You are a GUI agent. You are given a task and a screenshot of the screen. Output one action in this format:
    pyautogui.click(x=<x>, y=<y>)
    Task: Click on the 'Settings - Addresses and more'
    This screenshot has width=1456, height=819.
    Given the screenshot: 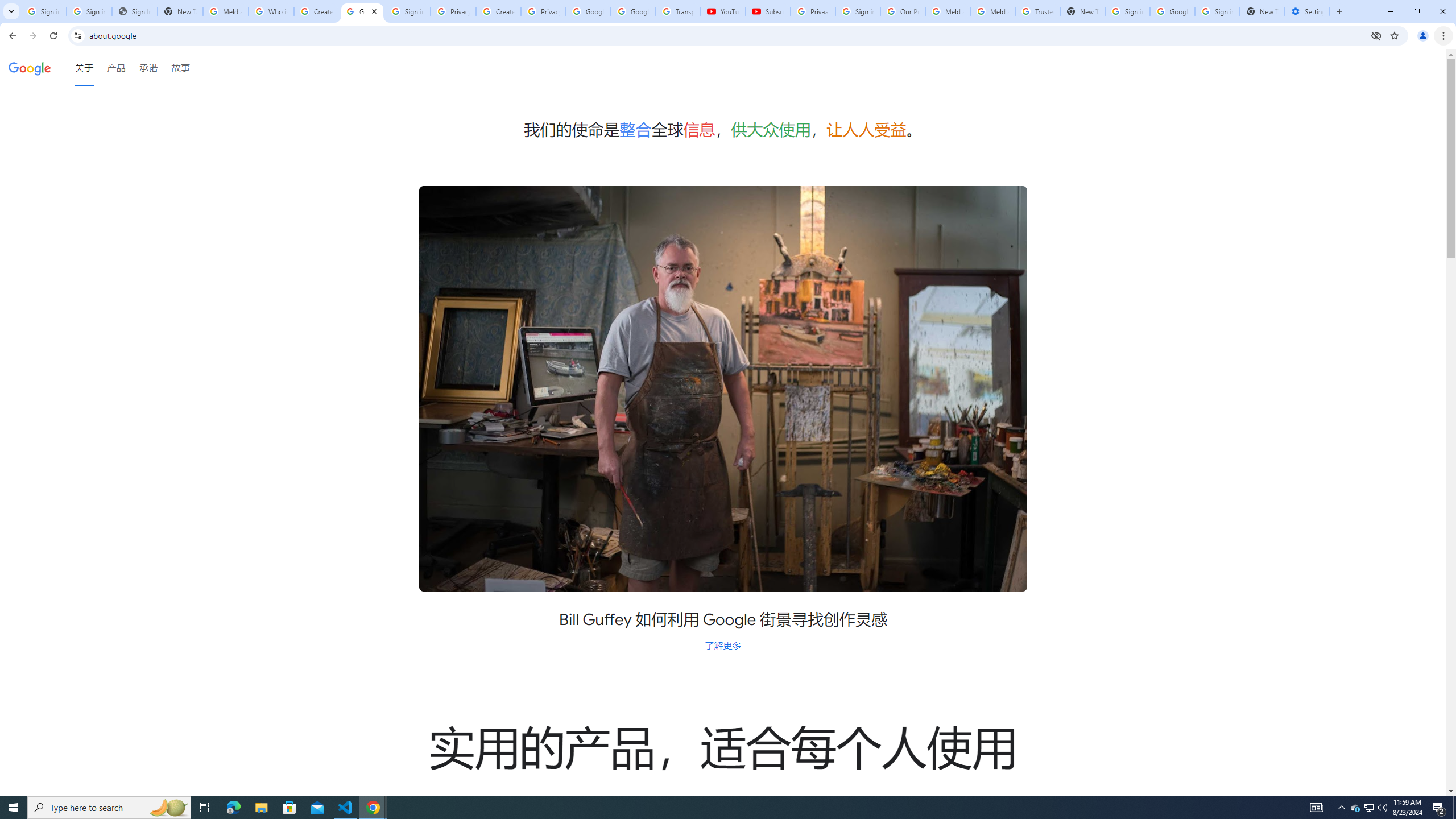 What is the action you would take?
    pyautogui.click(x=1307, y=11)
    